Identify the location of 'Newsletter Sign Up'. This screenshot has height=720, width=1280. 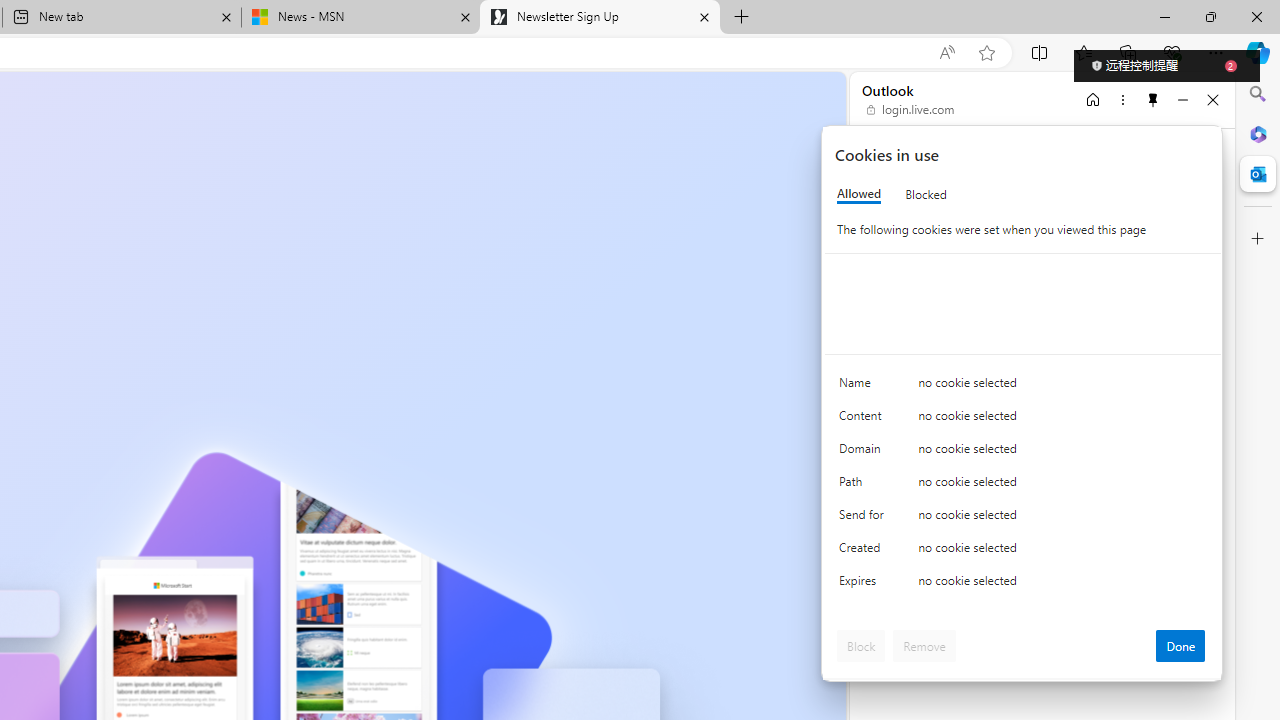
(599, 17).